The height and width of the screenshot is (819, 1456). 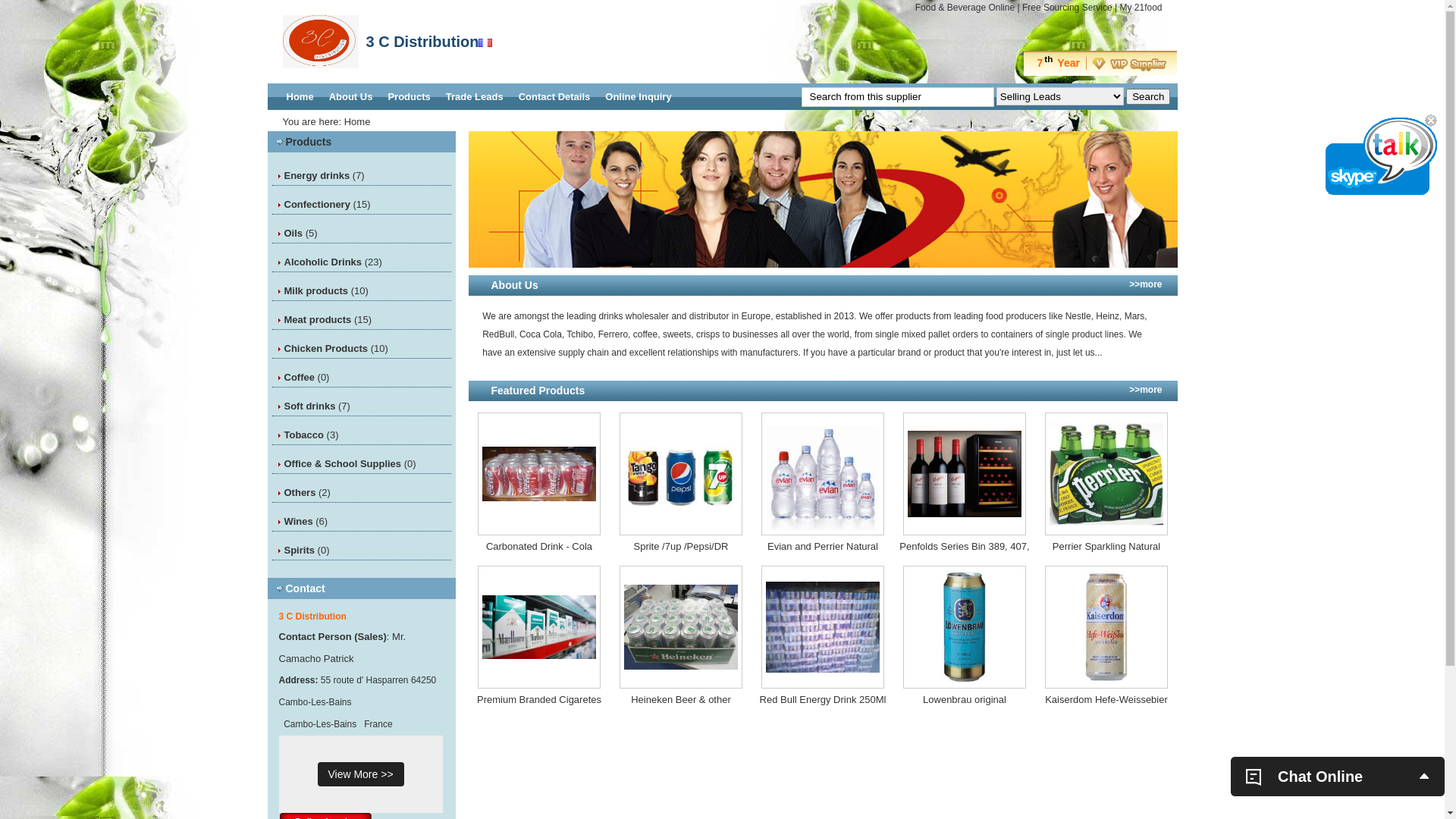 What do you see at coordinates (1106, 699) in the screenshot?
I see `'Kaiserdom Hefe-Weissebier'` at bounding box center [1106, 699].